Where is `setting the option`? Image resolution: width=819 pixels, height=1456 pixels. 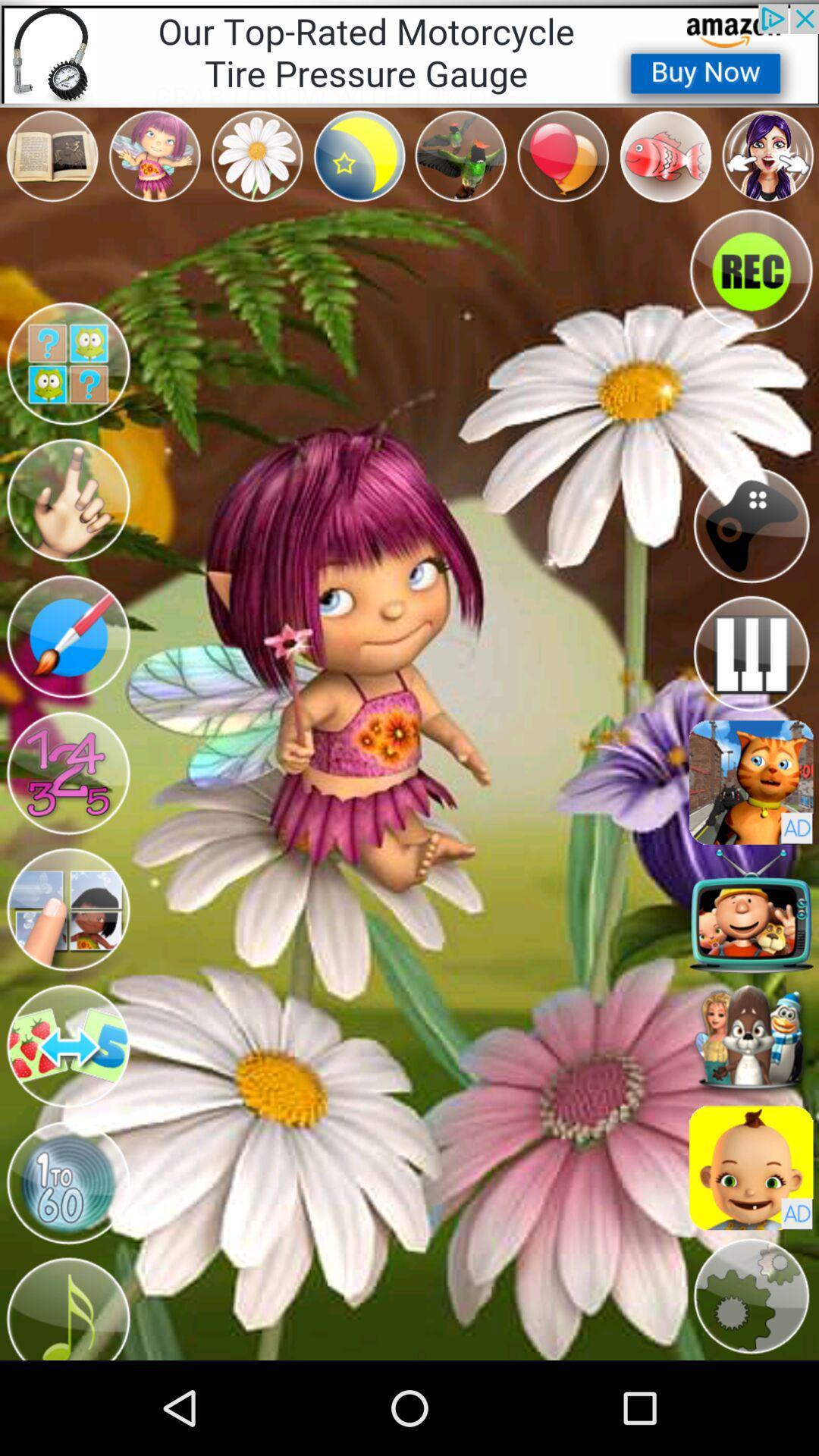
setting the option is located at coordinates (751, 1295).